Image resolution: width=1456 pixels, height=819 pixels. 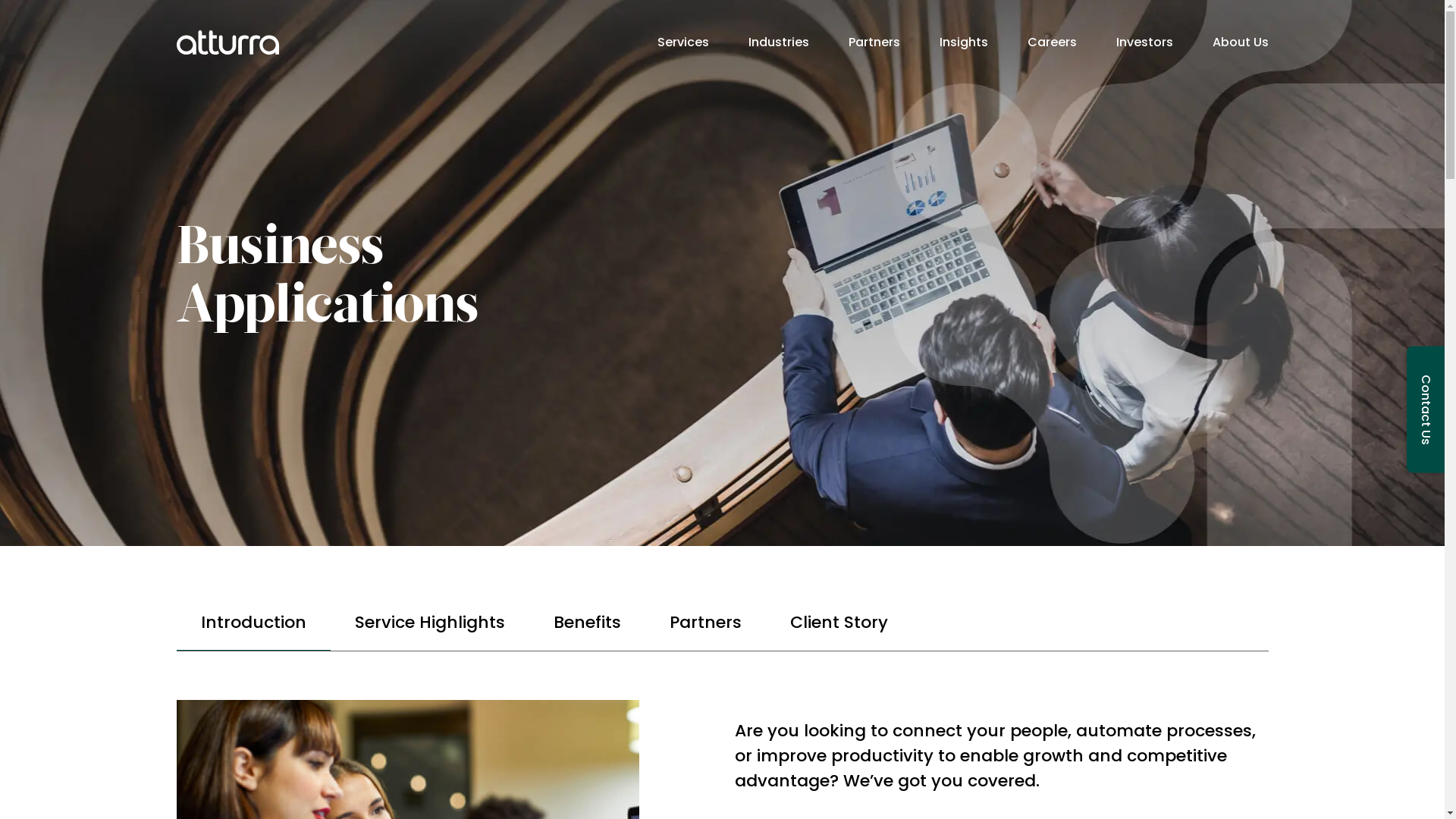 What do you see at coordinates (1144, 42) in the screenshot?
I see `'Investors'` at bounding box center [1144, 42].